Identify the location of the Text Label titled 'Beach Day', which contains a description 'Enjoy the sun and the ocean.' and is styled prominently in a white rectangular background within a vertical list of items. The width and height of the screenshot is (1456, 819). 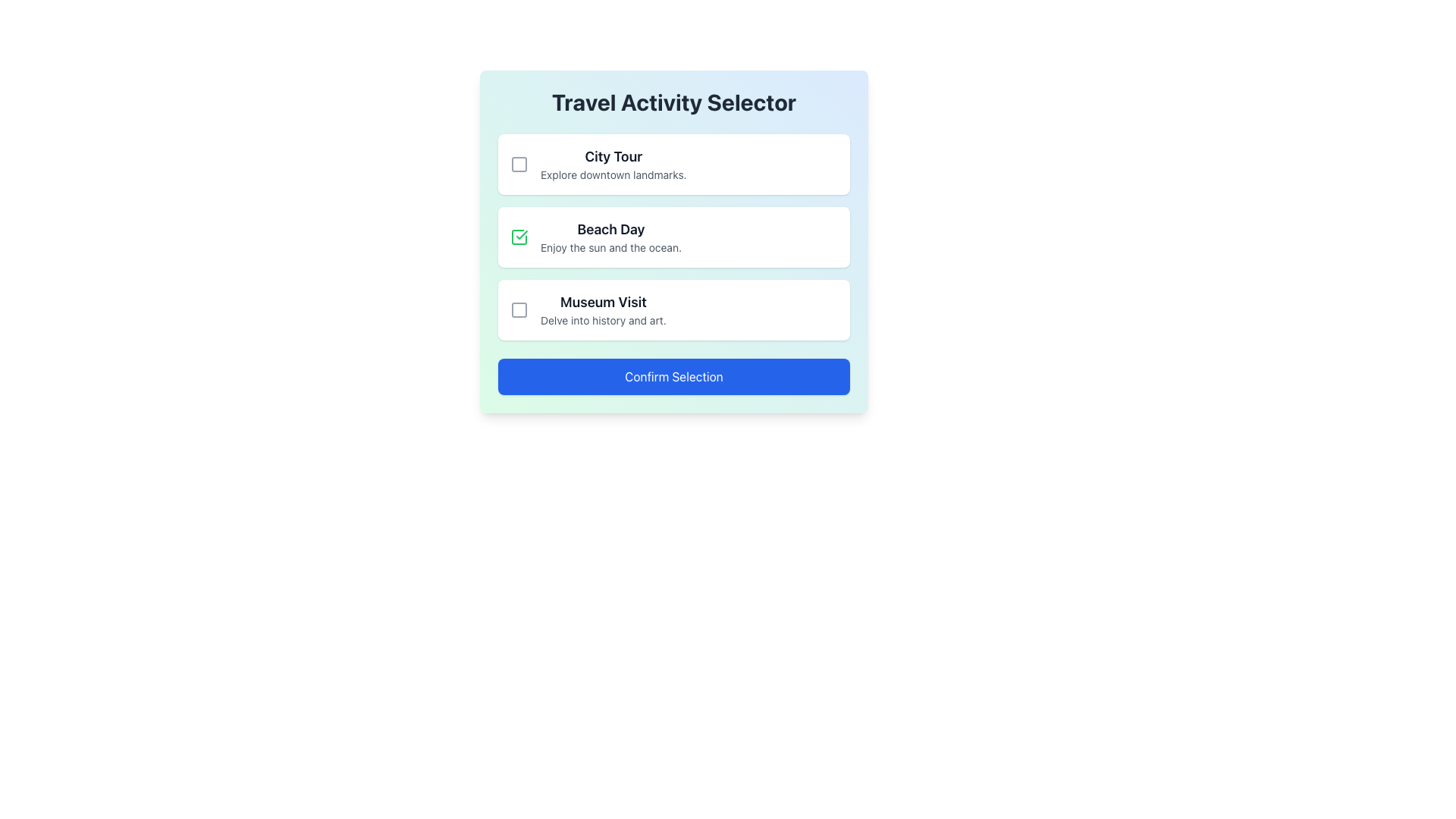
(611, 237).